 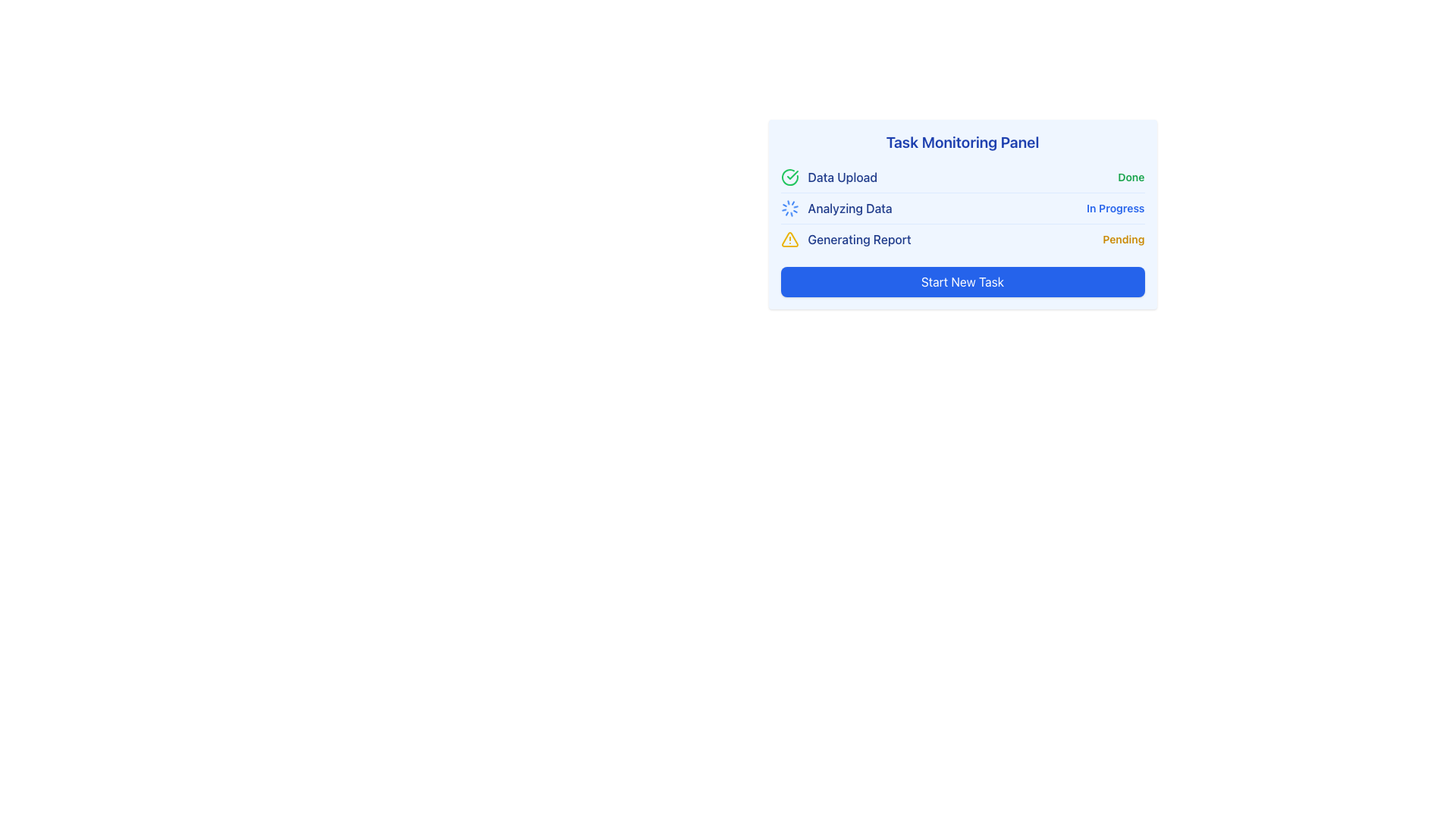 What do you see at coordinates (962, 281) in the screenshot?
I see `the 'Start New Task' button` at bounding box center [962, 281].